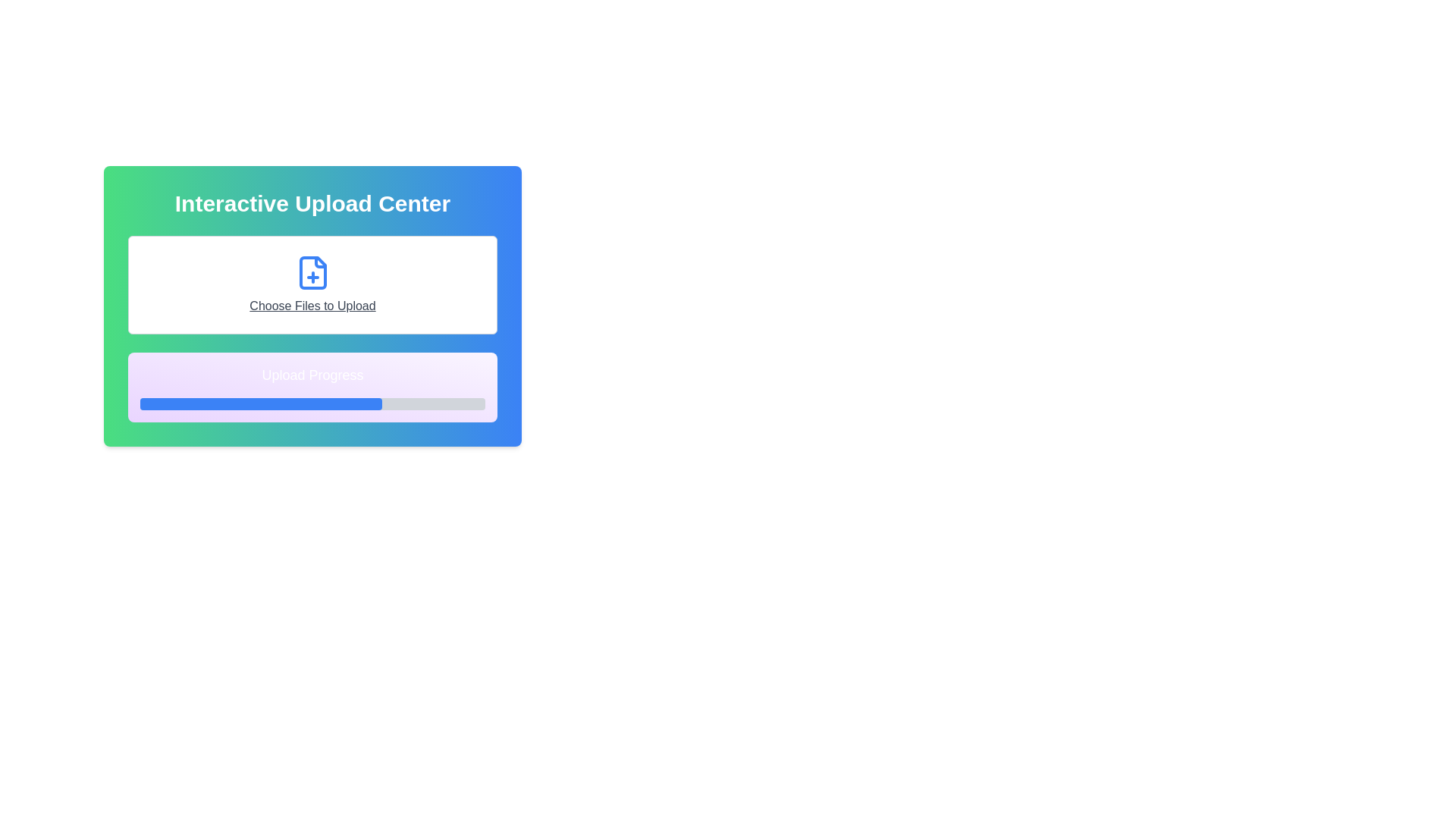 The height and width of the screenshot is (819, 1456). What do you see at coordinates (312, 403) in the screenshot?
I see `the horizontal, rectangular progress bar located at the bottom of the Upload Progress section, which has a gray background and a blue filling bar` at bounding box center [312, 403].